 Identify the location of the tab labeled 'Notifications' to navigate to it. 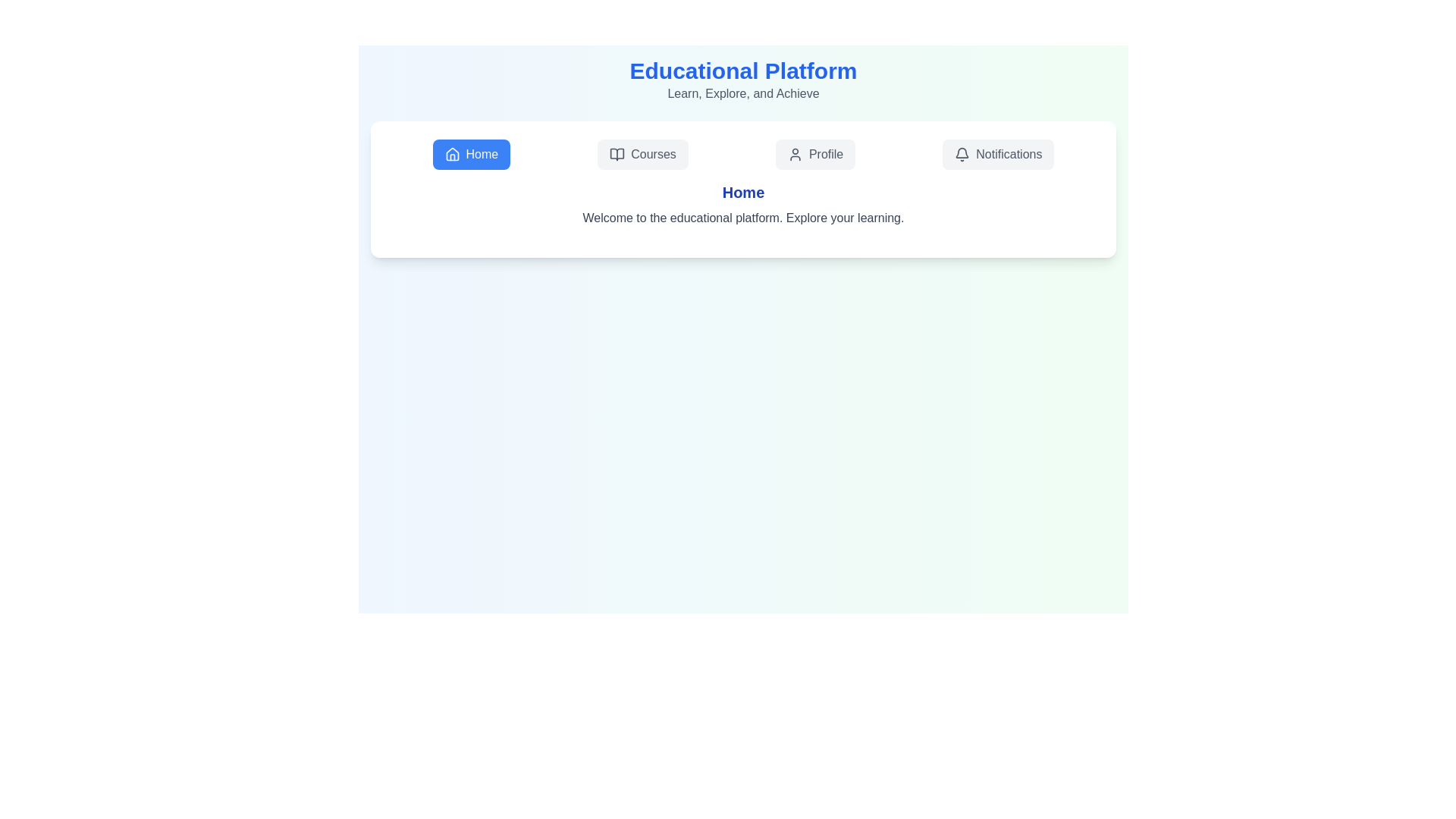
(998, 155).